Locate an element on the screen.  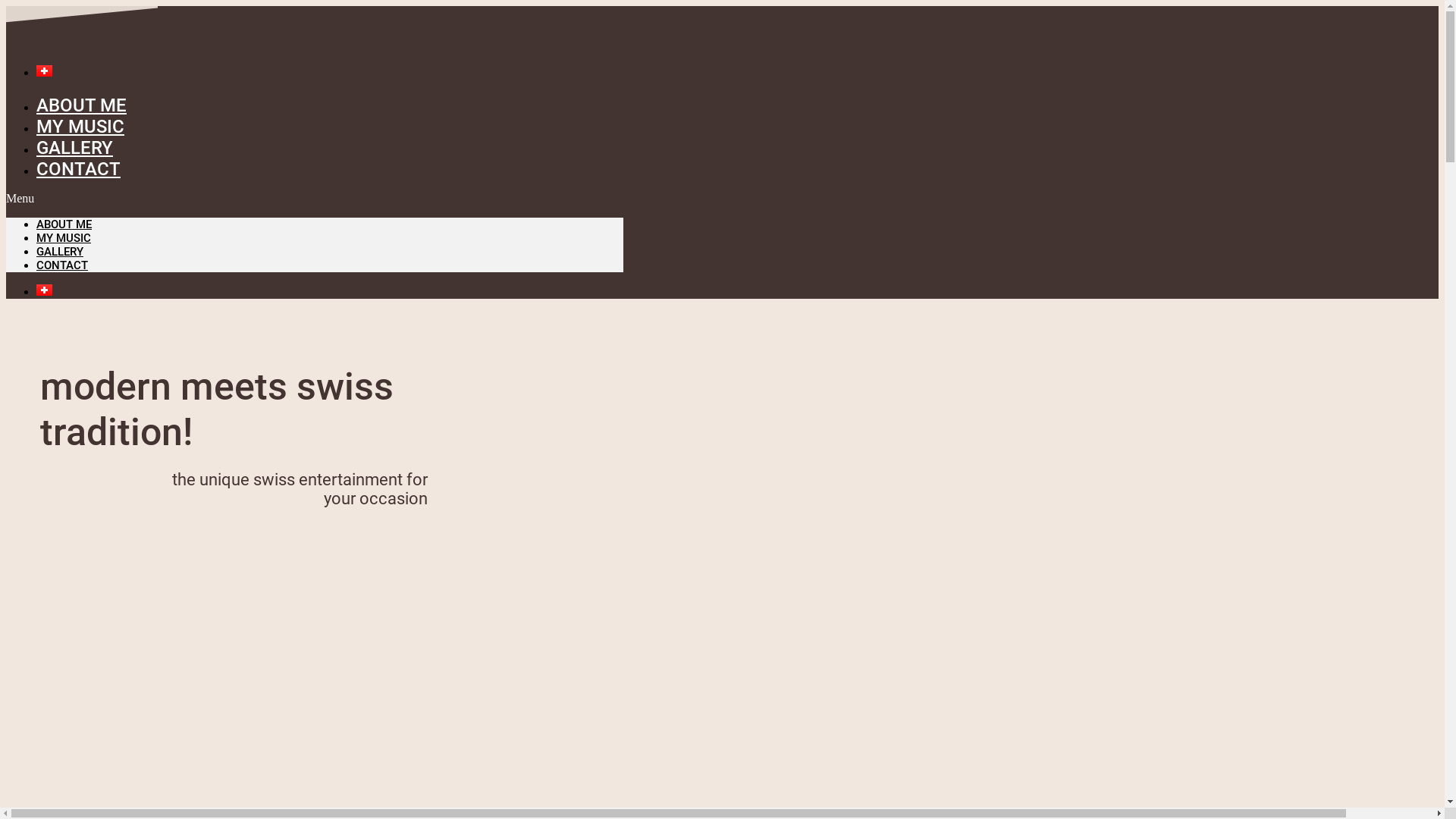
'CONTACT' is located at coordinates (77, 169).